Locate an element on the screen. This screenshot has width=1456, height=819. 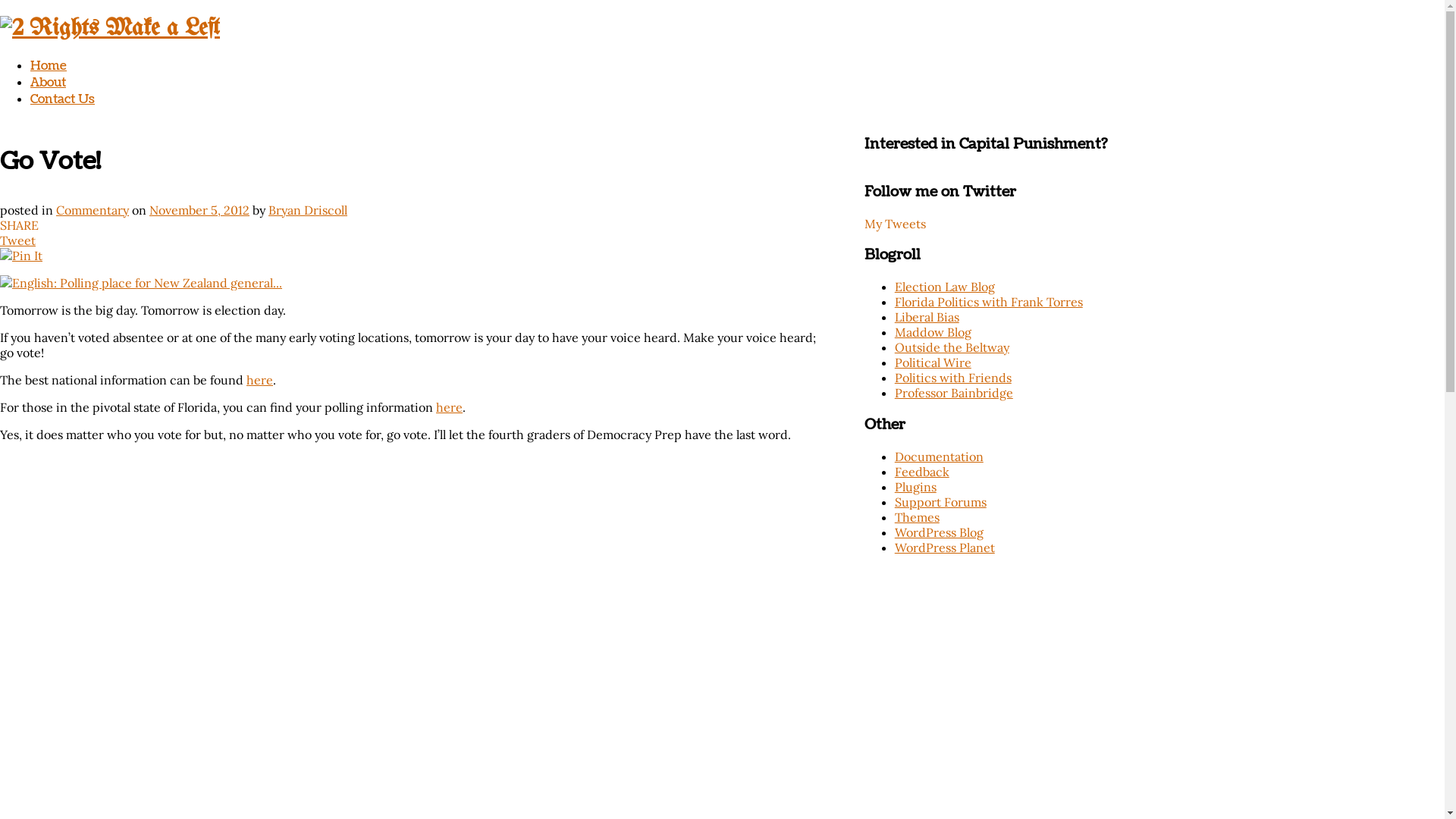
'SHARE' is located at coordinates (19, 225).